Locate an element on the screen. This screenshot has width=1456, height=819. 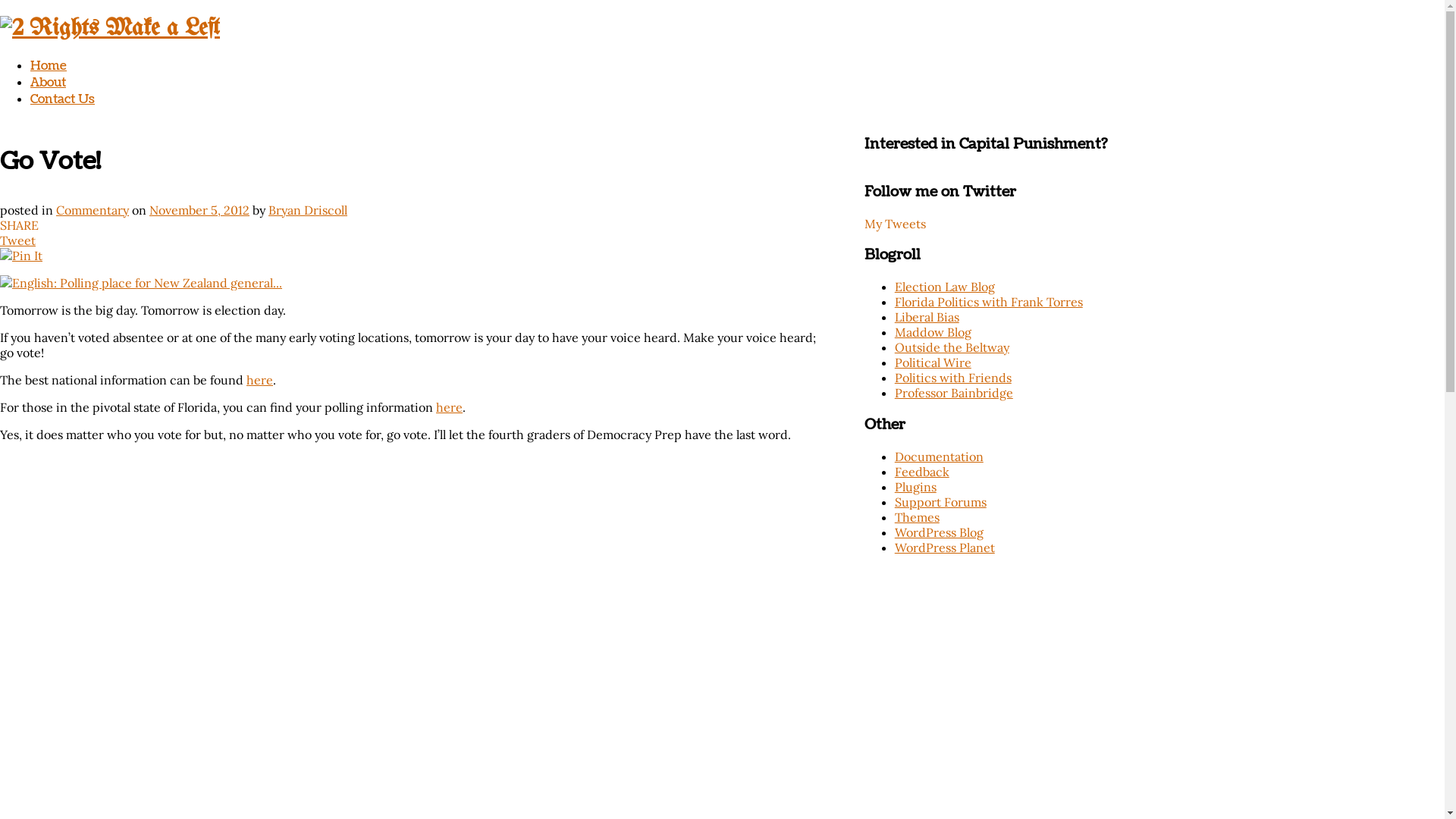
'SHARE' is located at coordinates (19, 225).